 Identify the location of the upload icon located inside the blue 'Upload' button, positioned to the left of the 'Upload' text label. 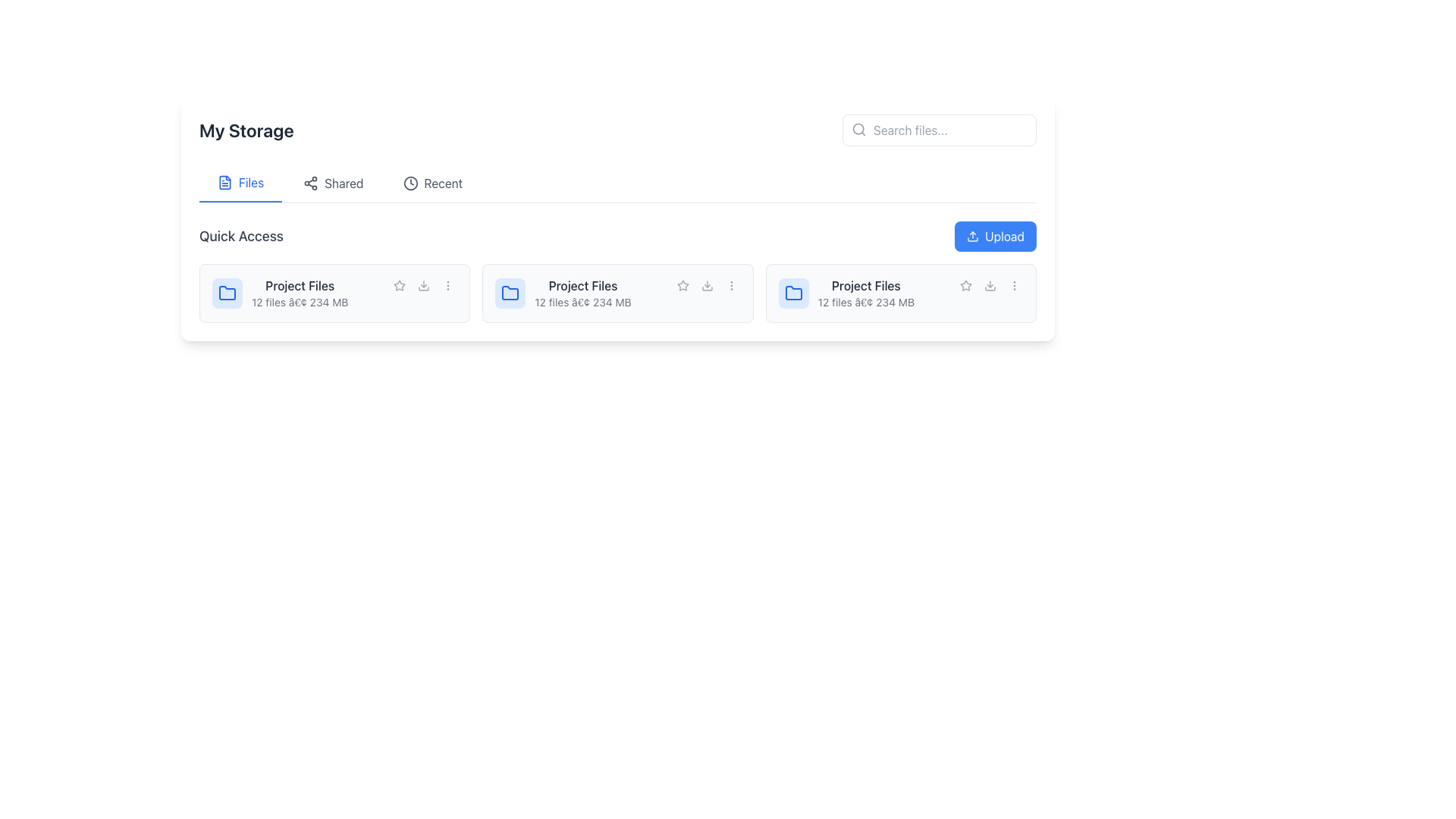
(973, 237).